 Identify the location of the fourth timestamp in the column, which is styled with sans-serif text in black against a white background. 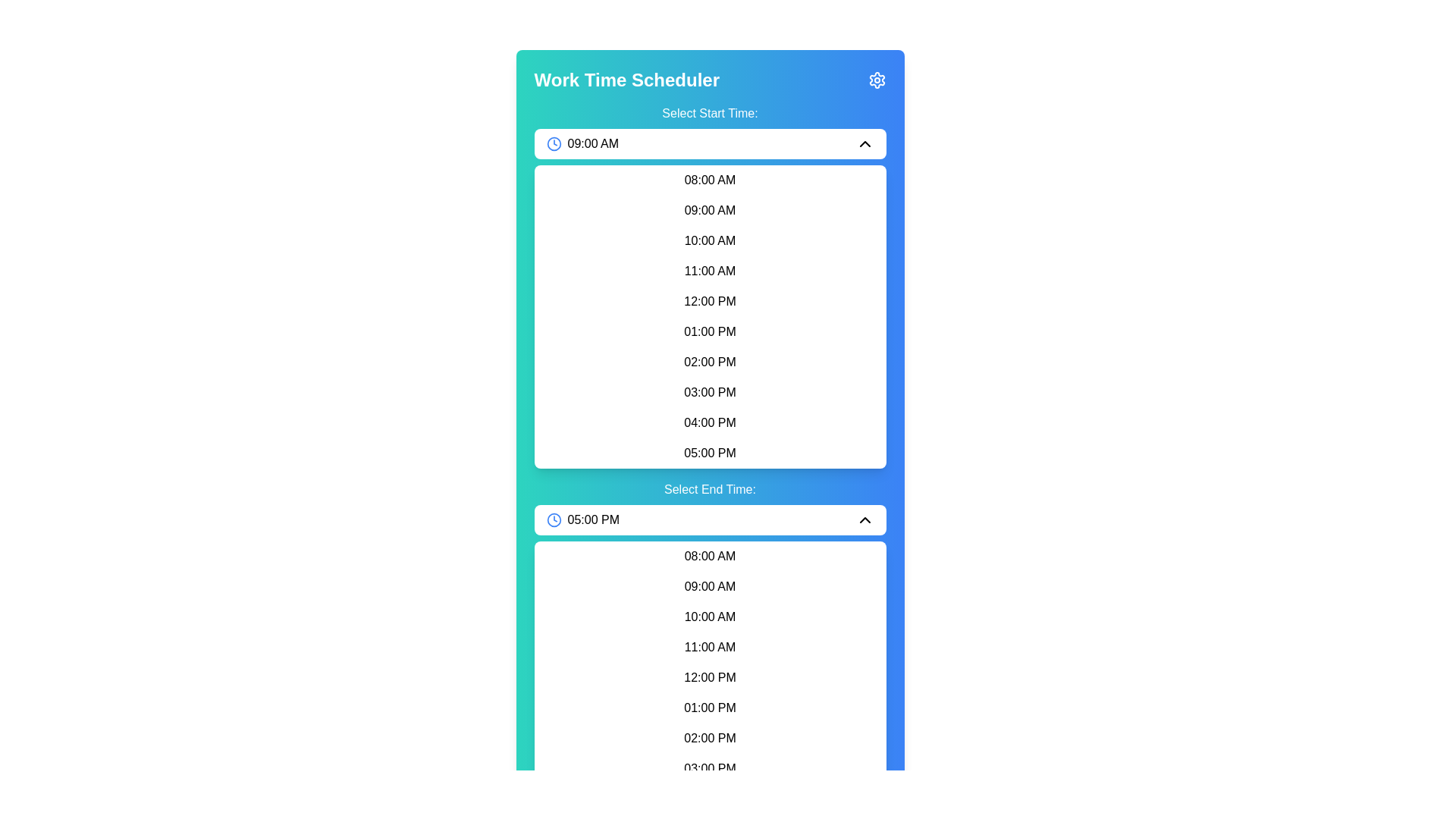
(709, 271).